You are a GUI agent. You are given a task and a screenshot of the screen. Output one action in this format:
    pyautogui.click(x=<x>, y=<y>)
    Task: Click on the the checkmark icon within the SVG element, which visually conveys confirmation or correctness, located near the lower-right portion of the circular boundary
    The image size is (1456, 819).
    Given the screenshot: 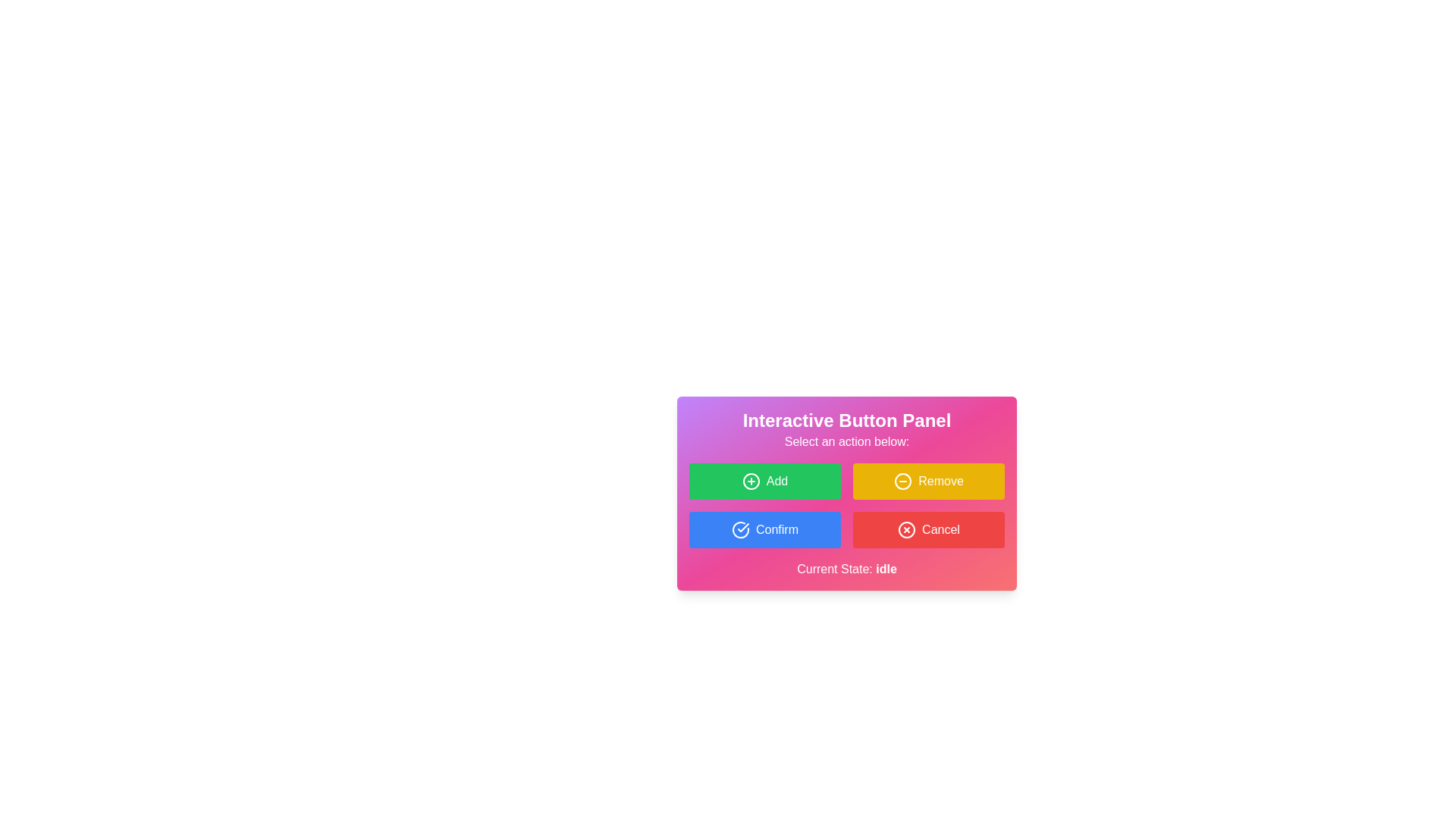 What is the action you would take?
    pyautogui.click(x=743, y=526)
    